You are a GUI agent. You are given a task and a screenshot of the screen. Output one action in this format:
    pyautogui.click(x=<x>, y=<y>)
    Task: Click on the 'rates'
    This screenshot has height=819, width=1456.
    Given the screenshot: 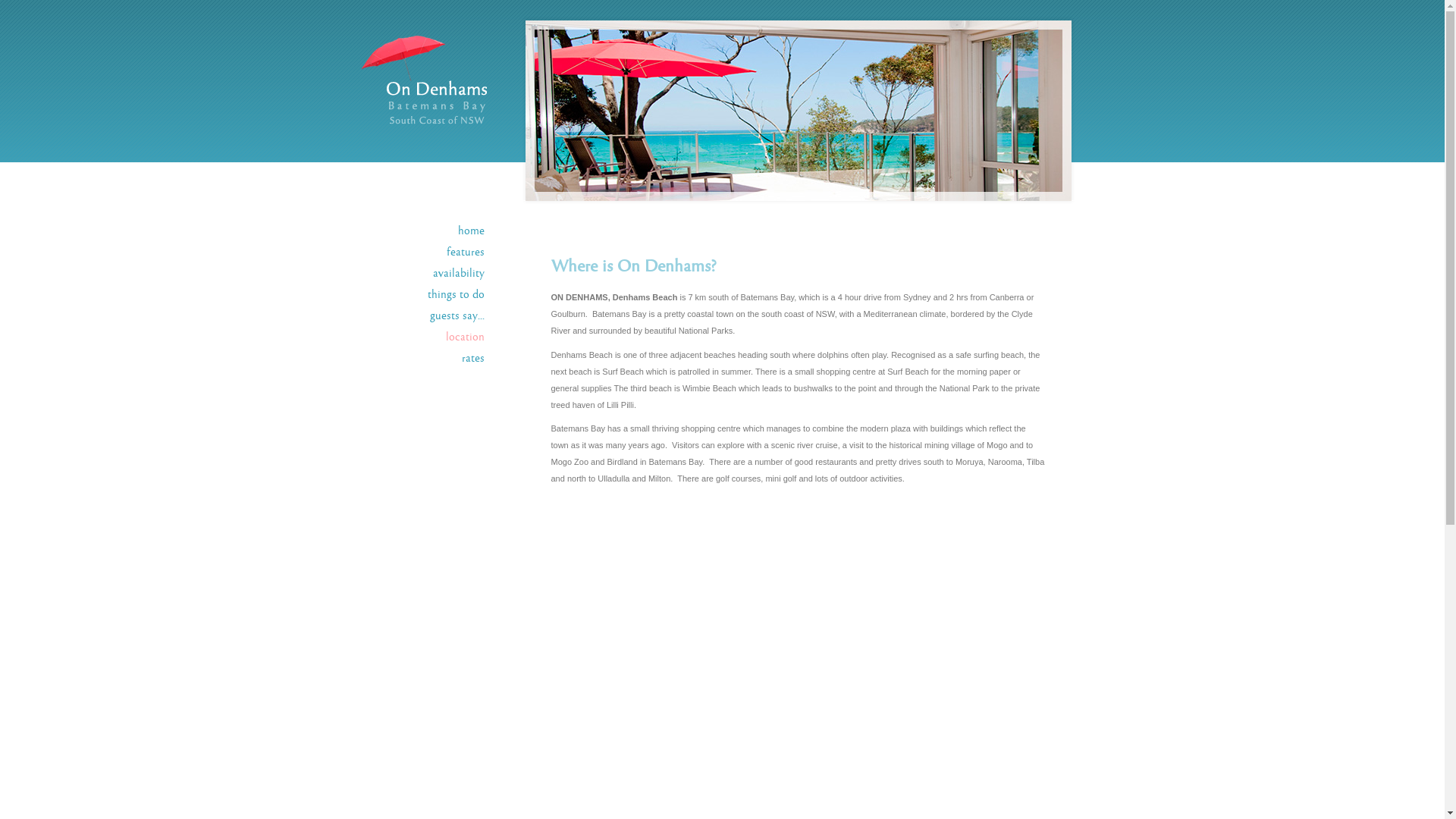 What is the action you would take?
    pyautogui.click(x=472, y=359)
    